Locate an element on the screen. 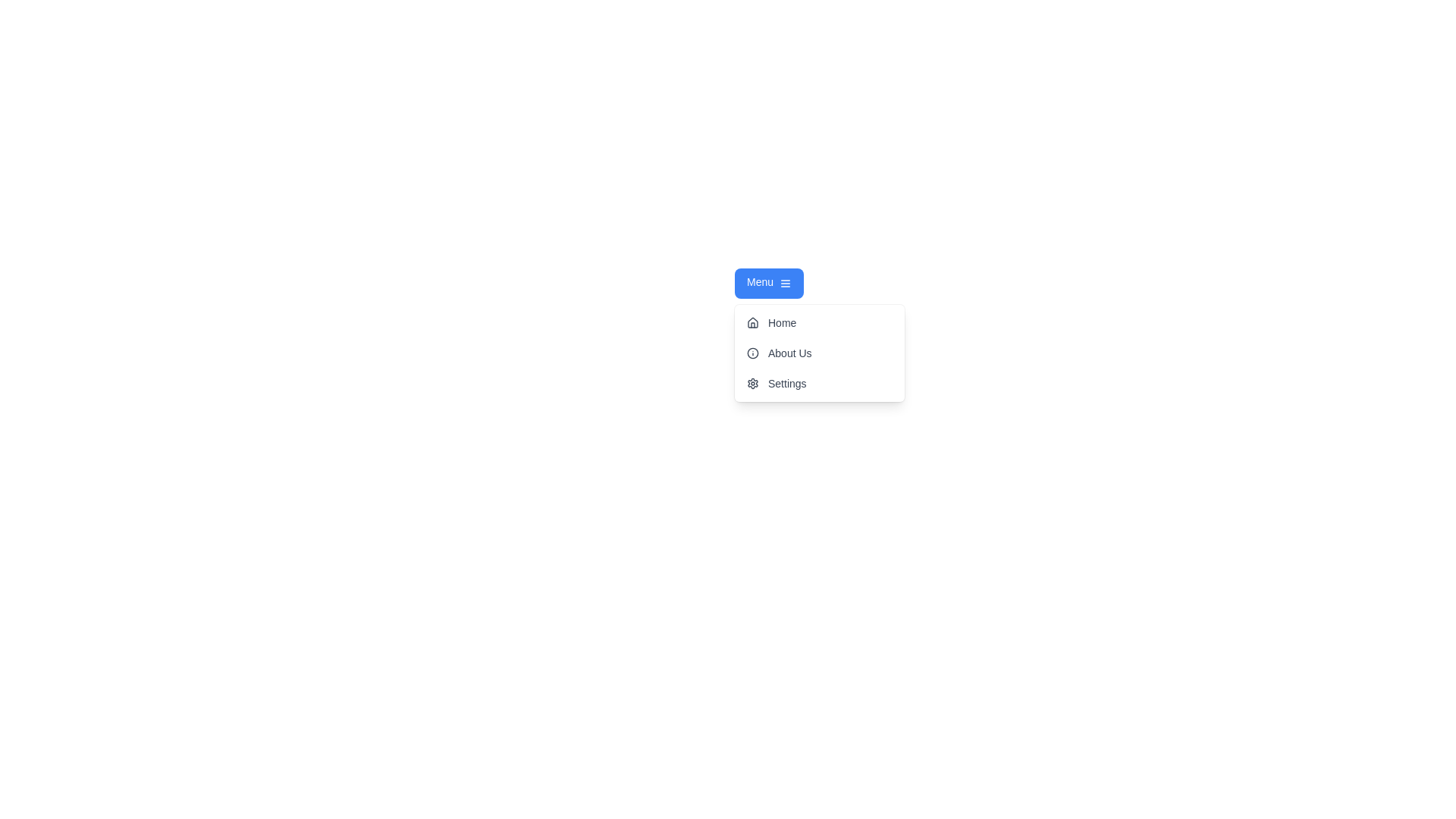 The image size is (1456, 819). the second option 'About Us' in the vertical dropdown menu with a white background, rounded corners, and a subtle shadow is located at coordinates (818, 353).